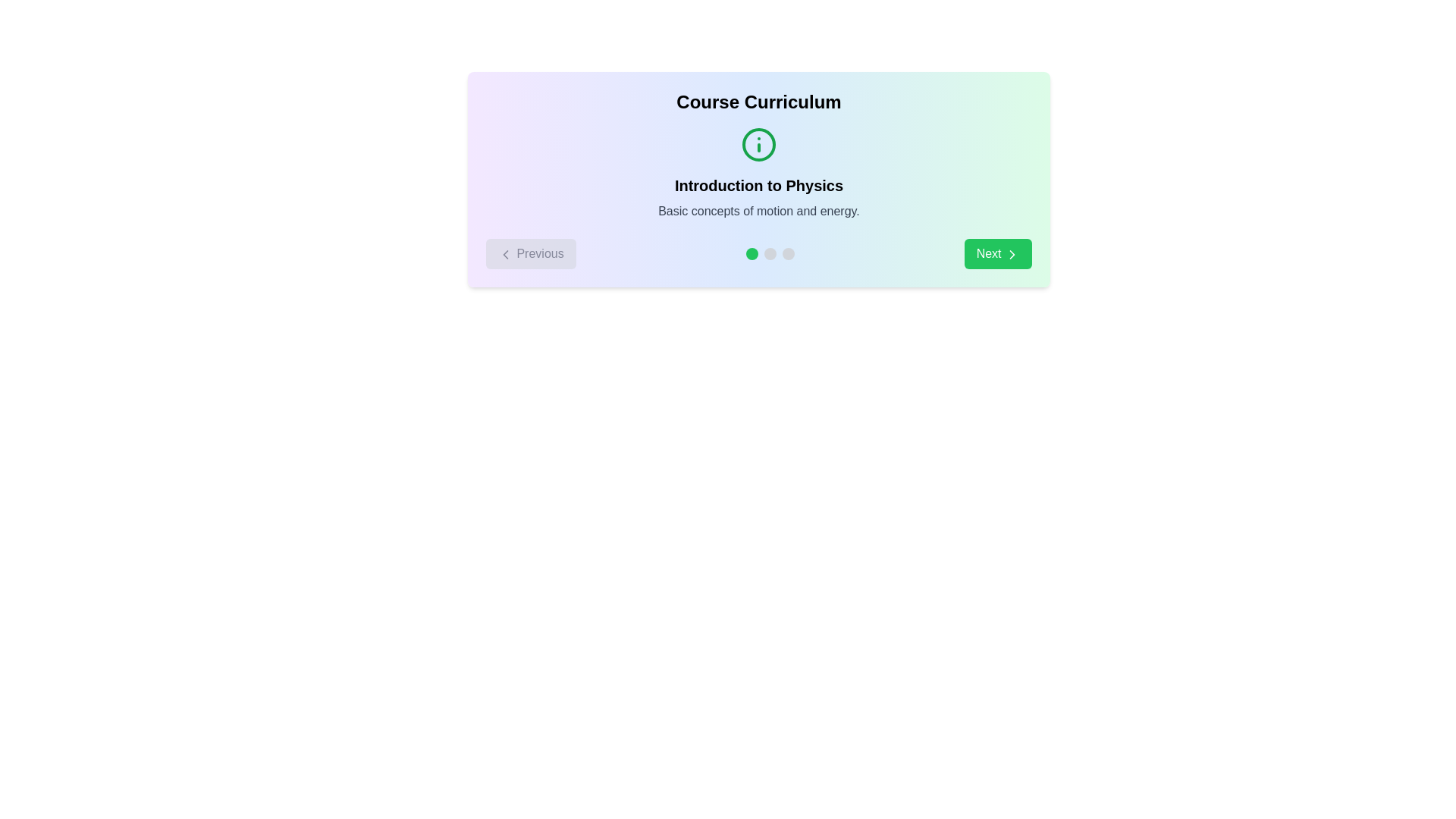 The image size is (1456, 819). I want to click on the rightward-pointing Chevron icon located at the center of the 'Next' button in the lower-right corner of the card-like UI segment to proceed, so click(1012, 253).